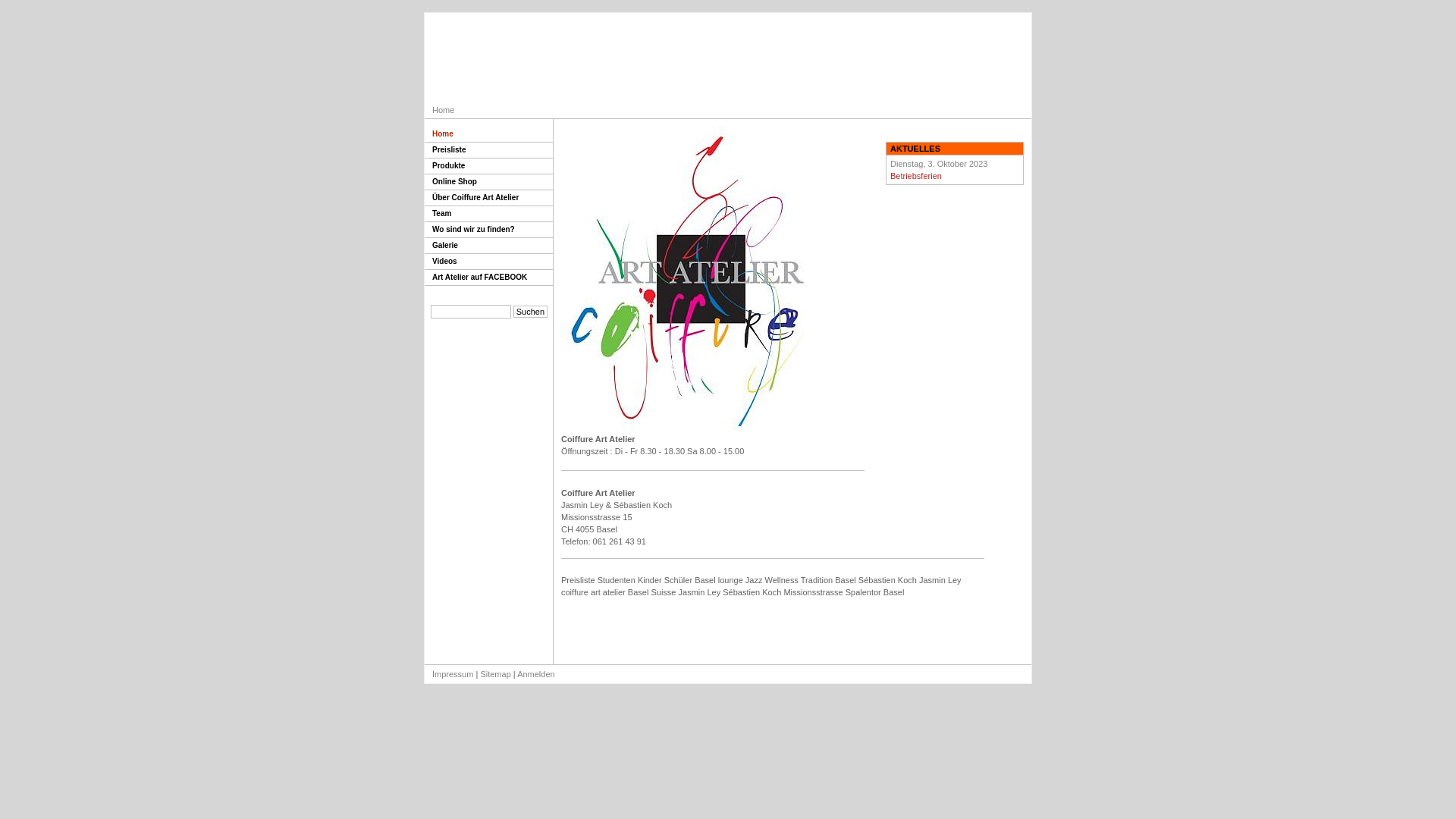 The image size is (1456, 819). I want to click on 'Videos', so click(425, 261).